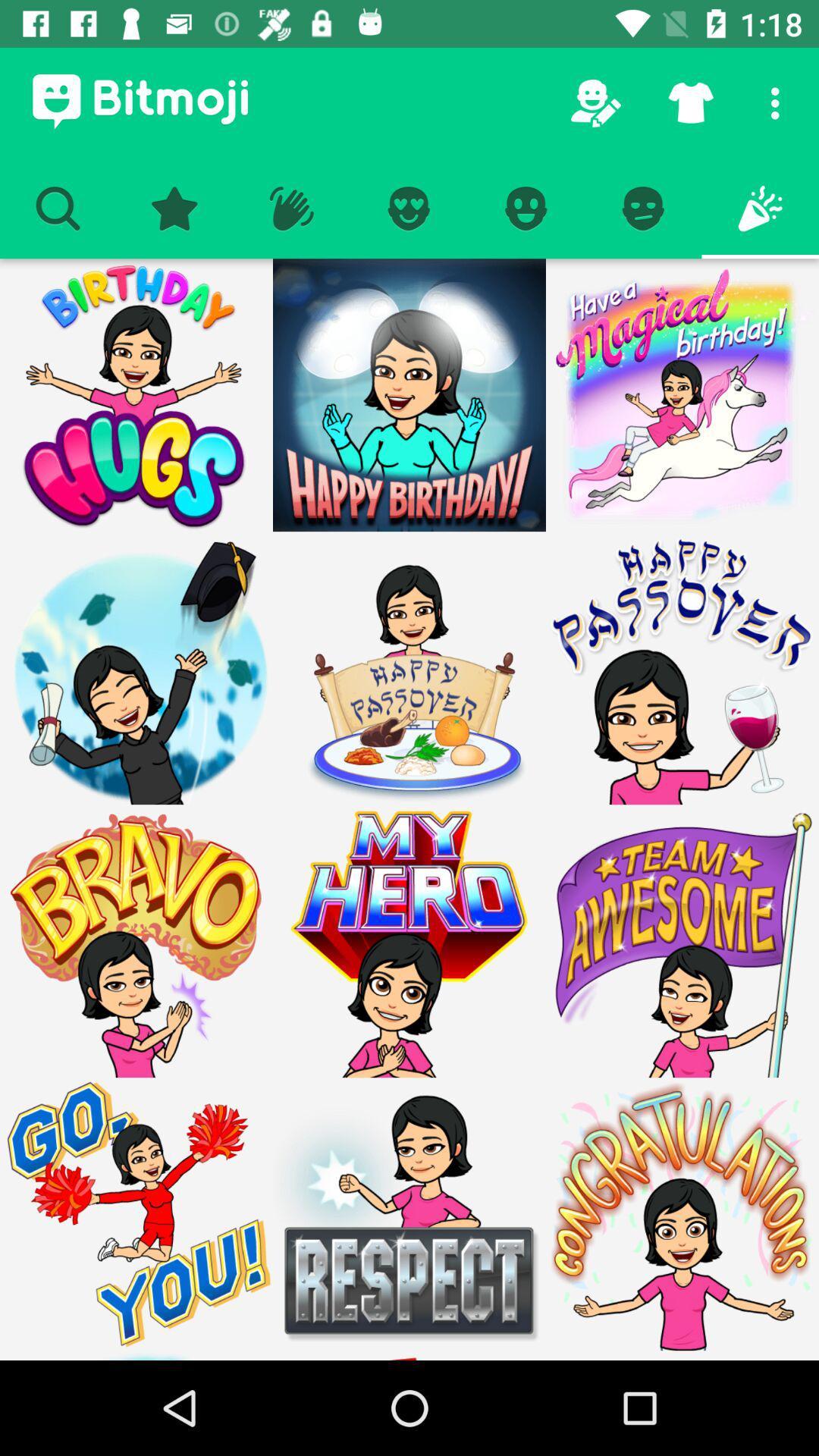  Describe the element at coordinates (409, 395) in the screenshot. I see `the more images` at that location.